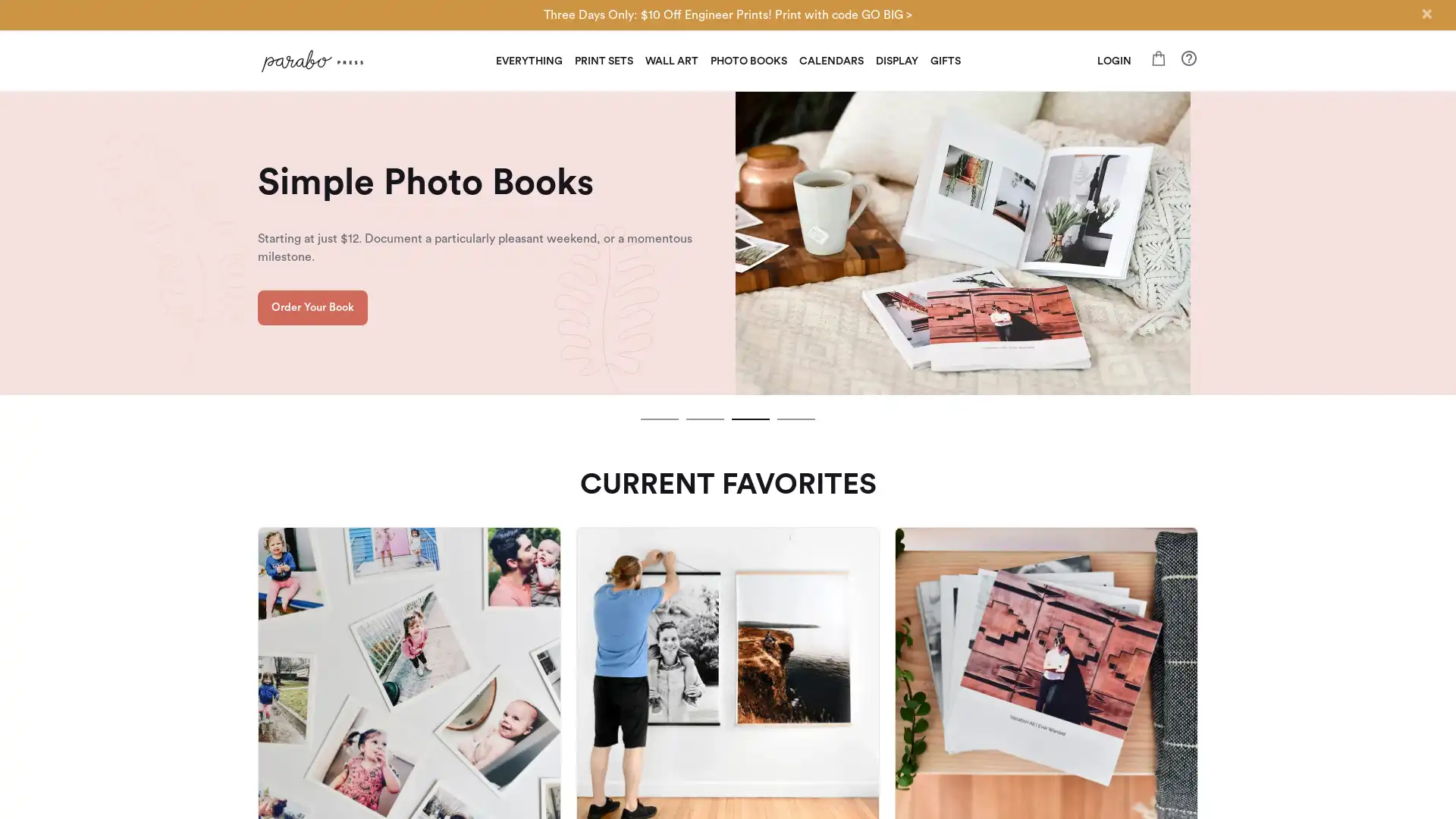  I want to click on Close, so click(1426, 14).